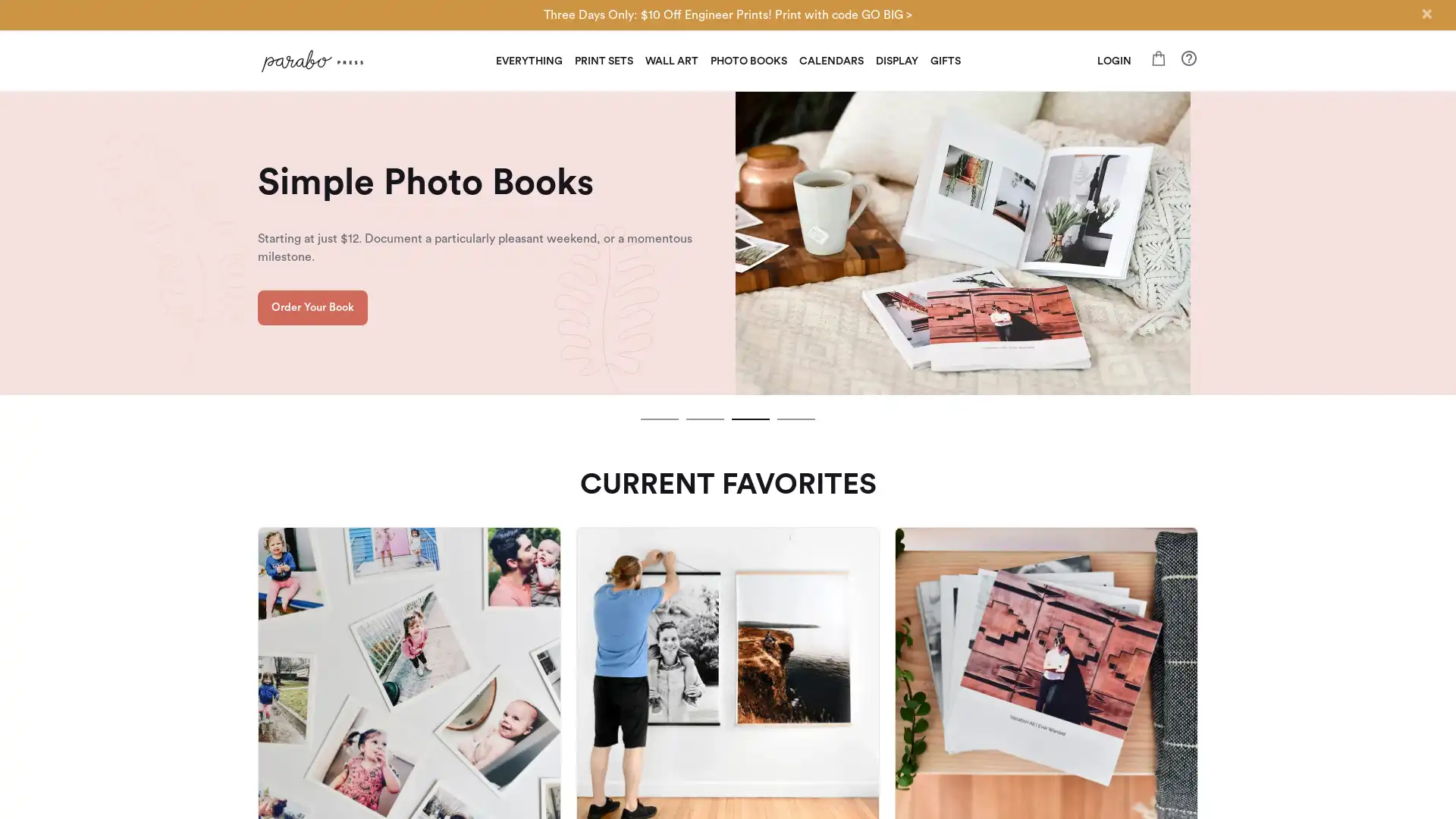  I want to click on Close, so click(1426, 14).